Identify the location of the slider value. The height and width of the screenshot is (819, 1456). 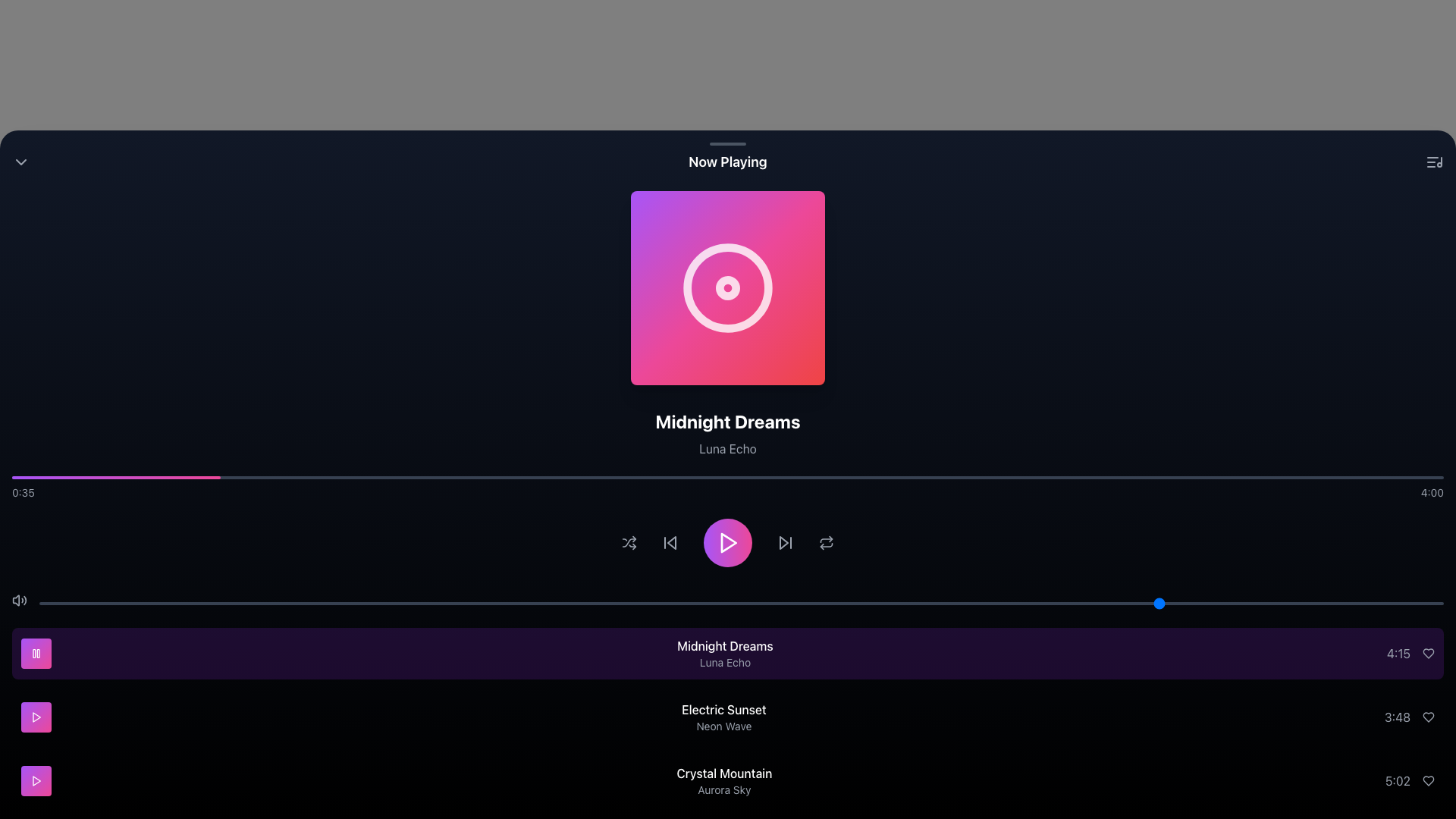
(333, 602).